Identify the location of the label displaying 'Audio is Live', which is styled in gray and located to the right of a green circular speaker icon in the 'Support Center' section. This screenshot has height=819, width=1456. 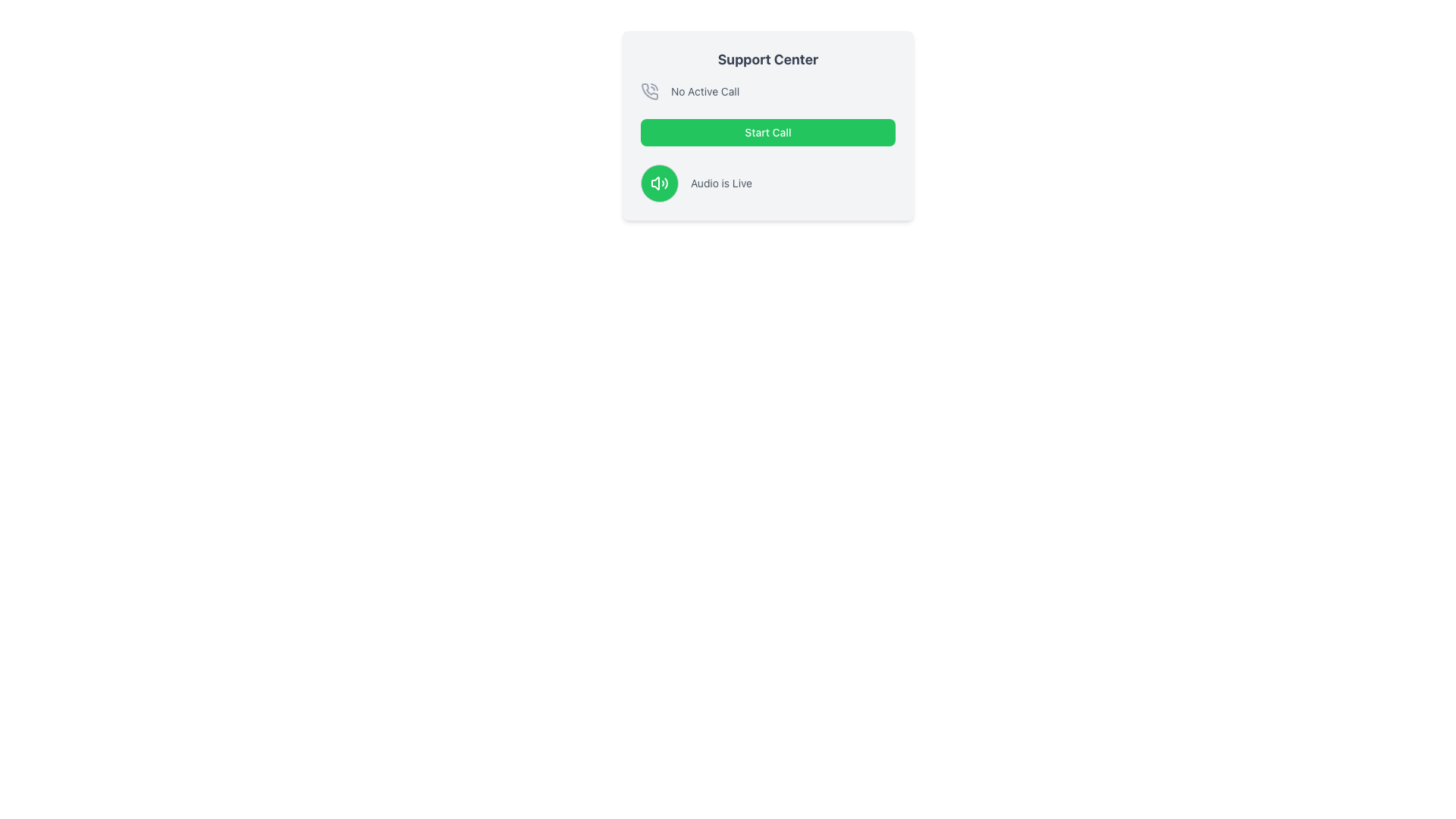
(720, 183).